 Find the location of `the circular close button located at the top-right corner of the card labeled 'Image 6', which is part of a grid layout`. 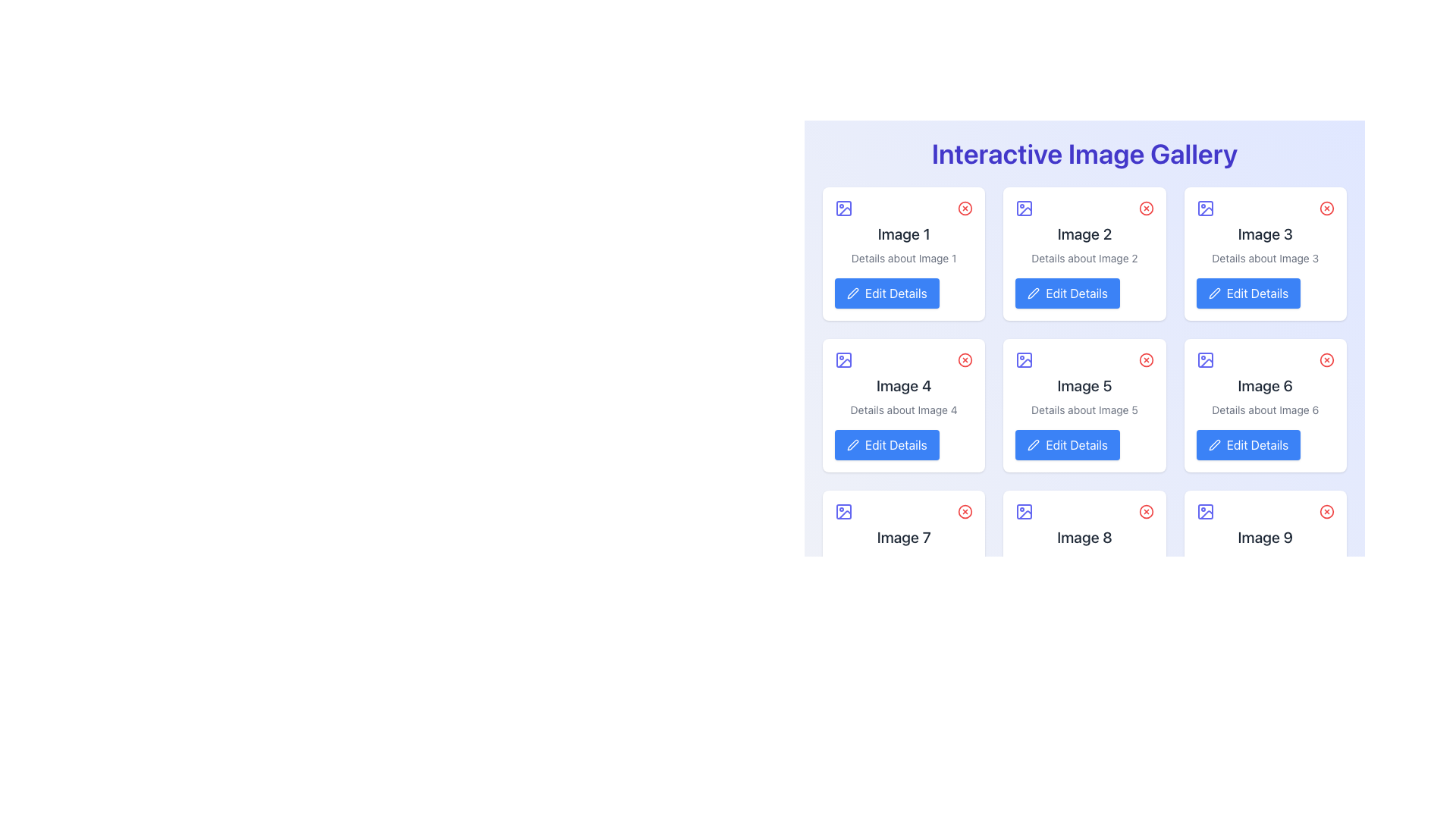

the circular close button located at the top-right corner of the card labeled 'Image 6', which is part of a grid layout is located at coordinates (1326, 359).